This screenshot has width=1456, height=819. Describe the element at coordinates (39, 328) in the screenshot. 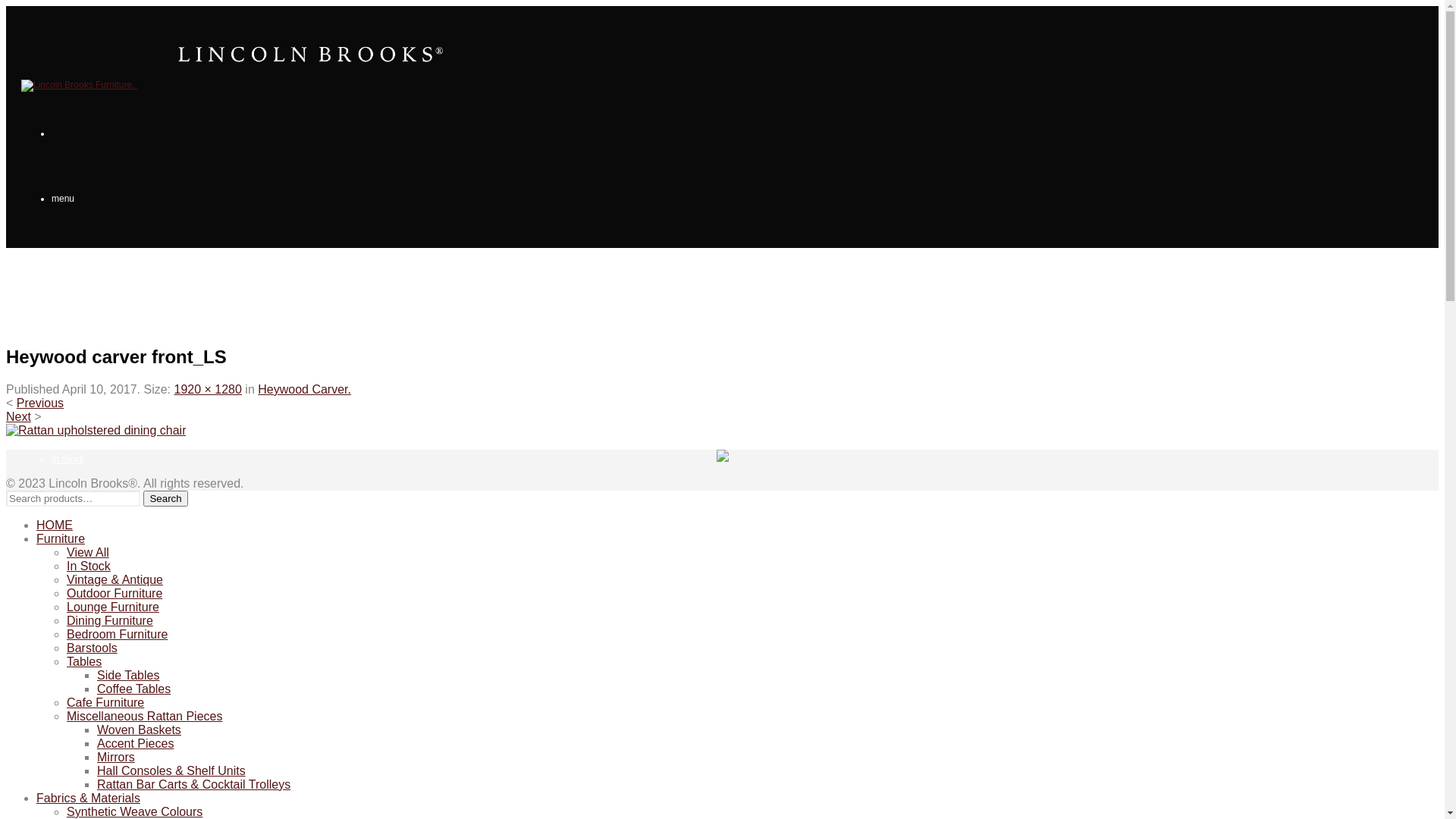

I see `'Furniture'` at that location.